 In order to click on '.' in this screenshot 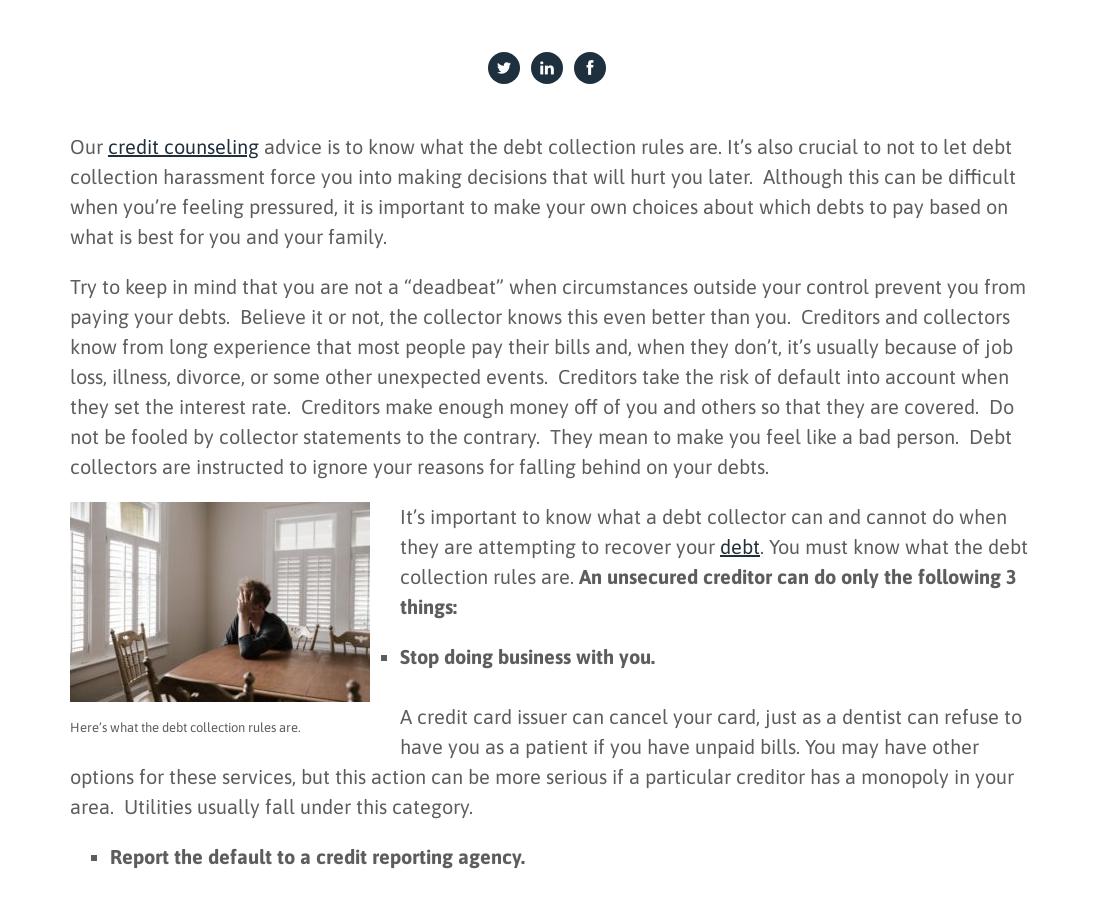, I will do `click(90, 812)`.